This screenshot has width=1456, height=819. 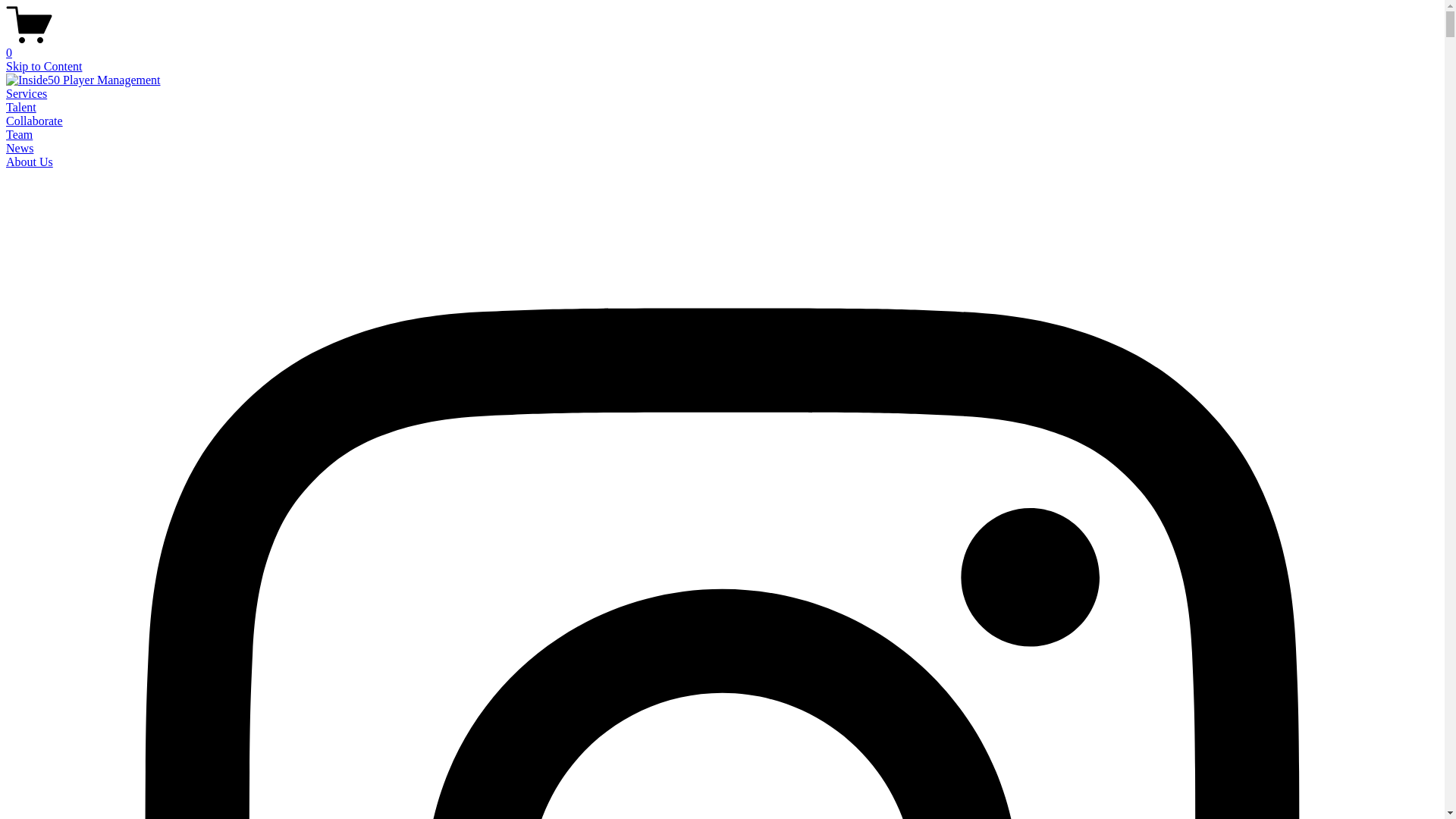 I want to click on 'Team', so click(x=19, y=133).